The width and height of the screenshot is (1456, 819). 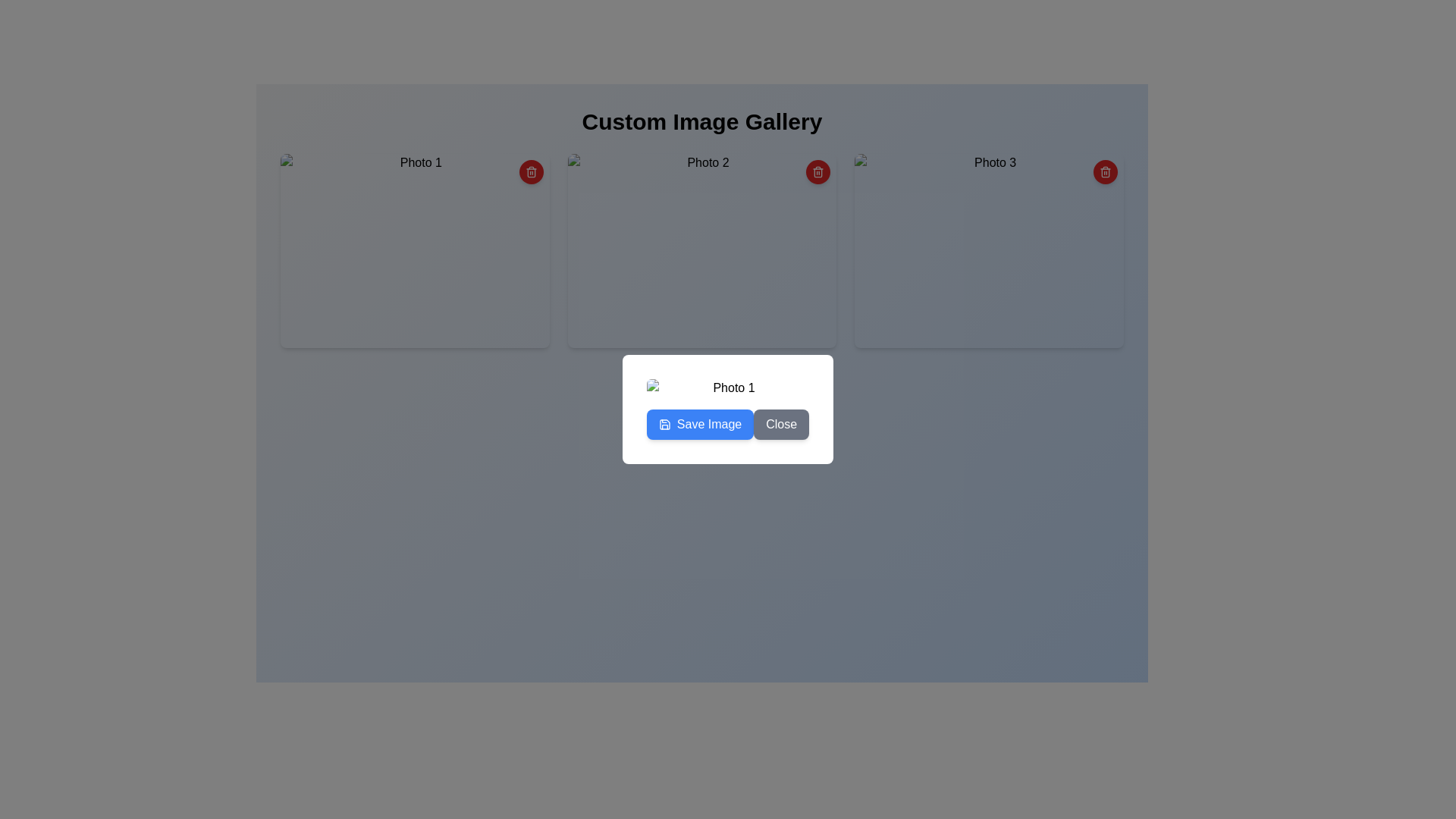 What do you see at coordinates (817, 171) in the screenshot?
I see `the trash can icon located at the top-right corner of the image card labeled 'Photo 2'` at bounding box center [817, 171].